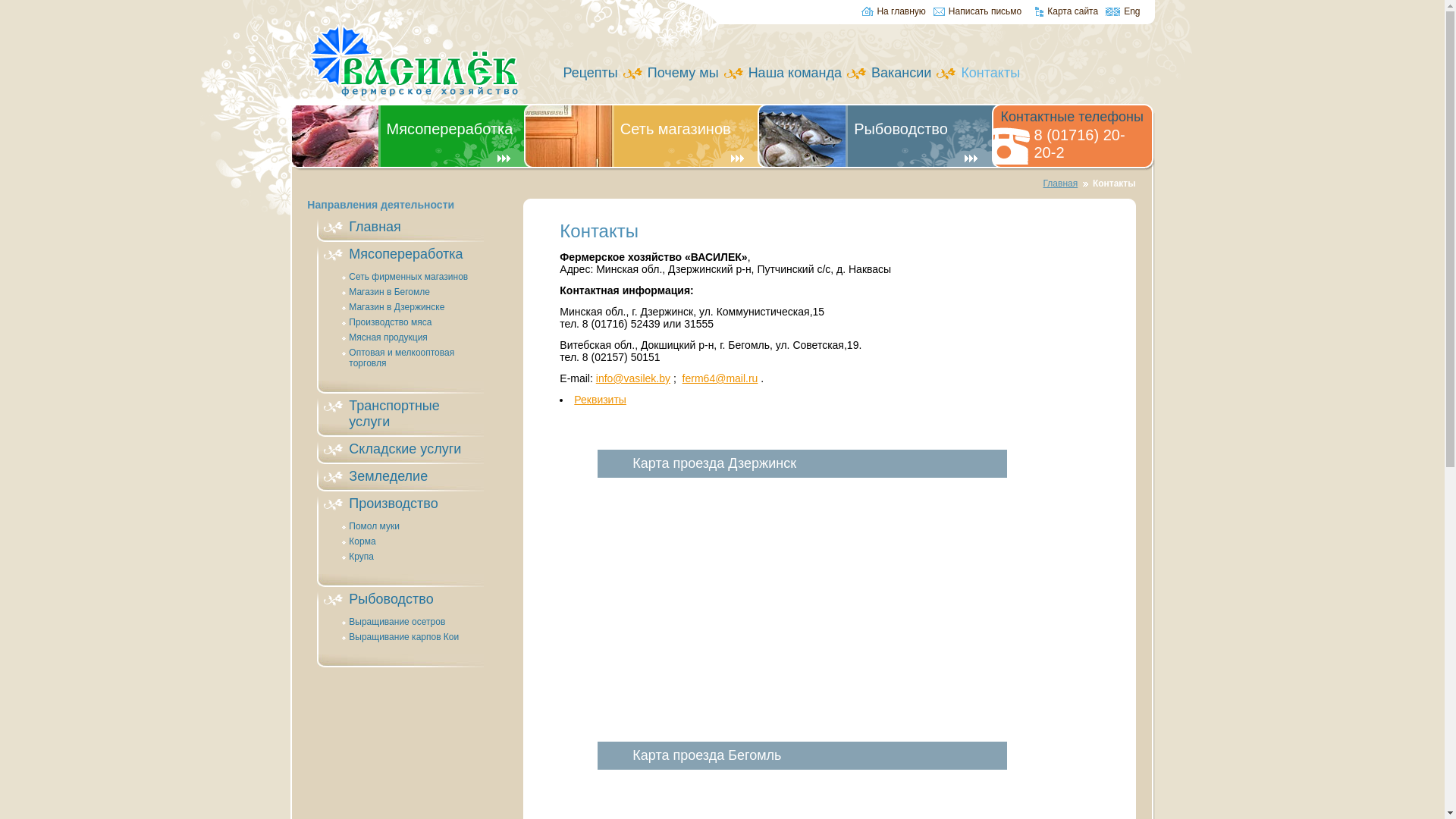  What do you see at coordinates (682, 377) in the screenshot?
I see `'ferm64@mail.ru'` at bounding box center [682, 377].